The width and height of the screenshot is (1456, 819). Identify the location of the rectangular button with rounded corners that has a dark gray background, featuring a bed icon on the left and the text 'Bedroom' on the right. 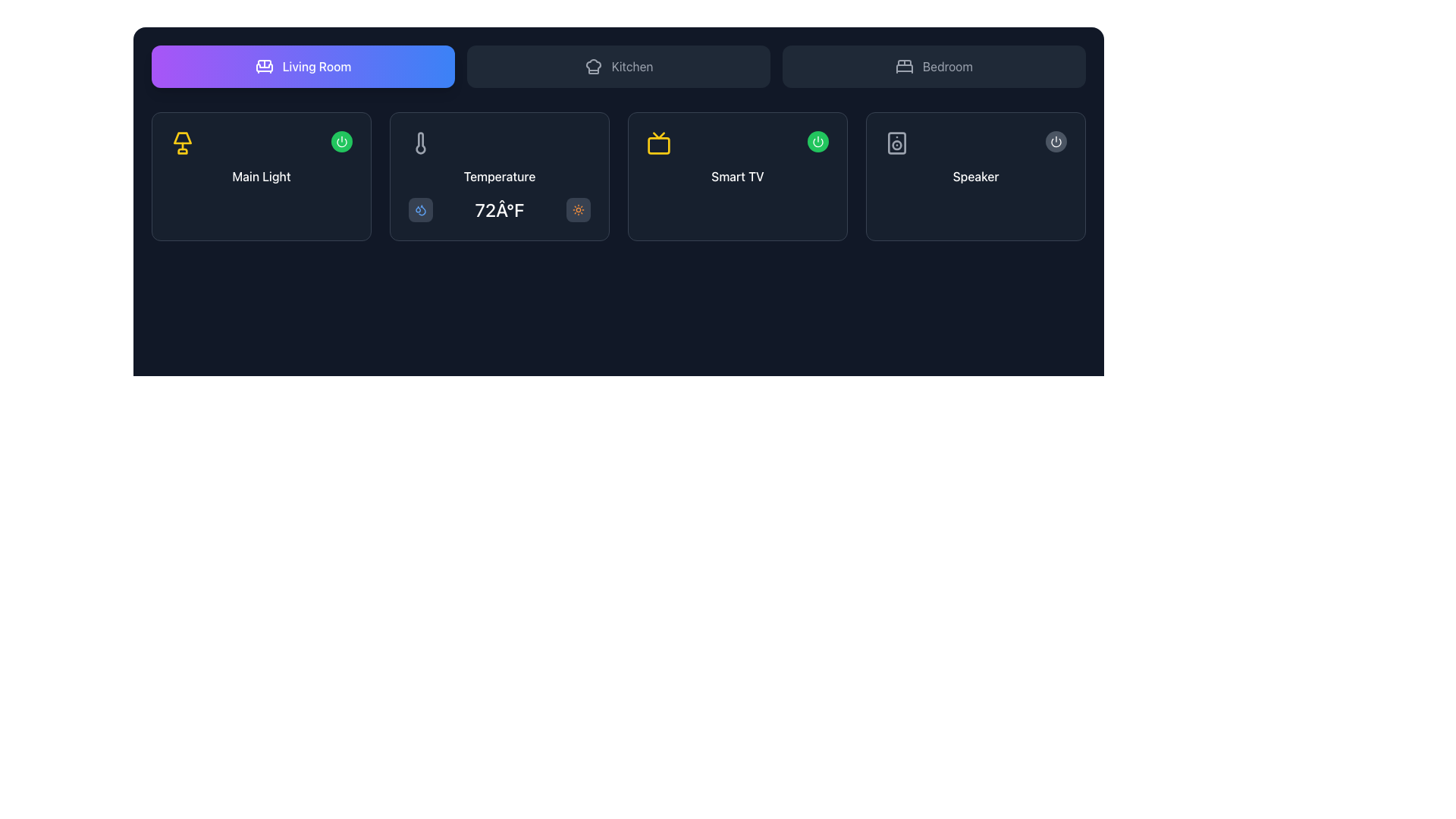
(934, 66).